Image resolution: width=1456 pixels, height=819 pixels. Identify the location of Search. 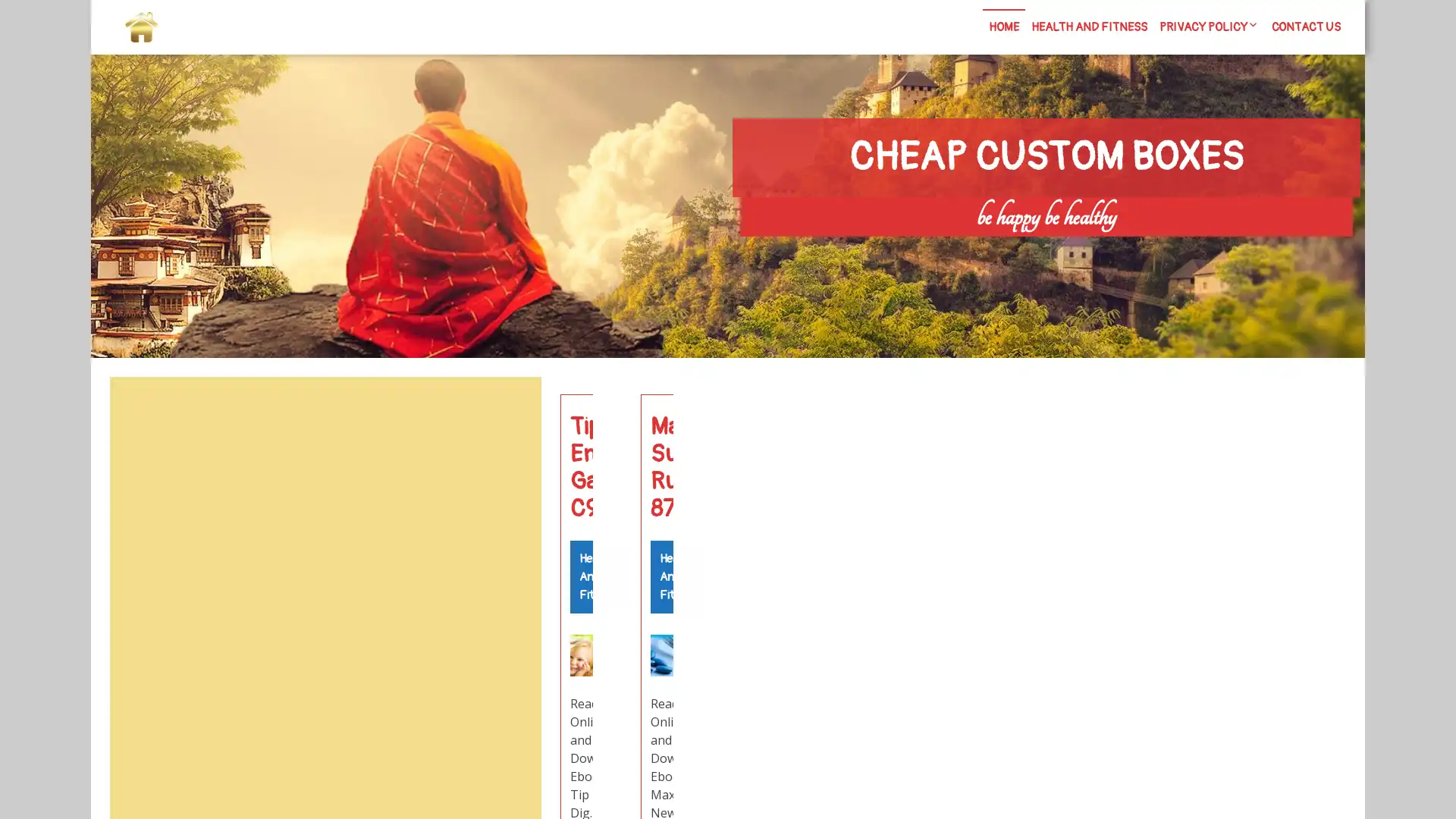
(506, 413).